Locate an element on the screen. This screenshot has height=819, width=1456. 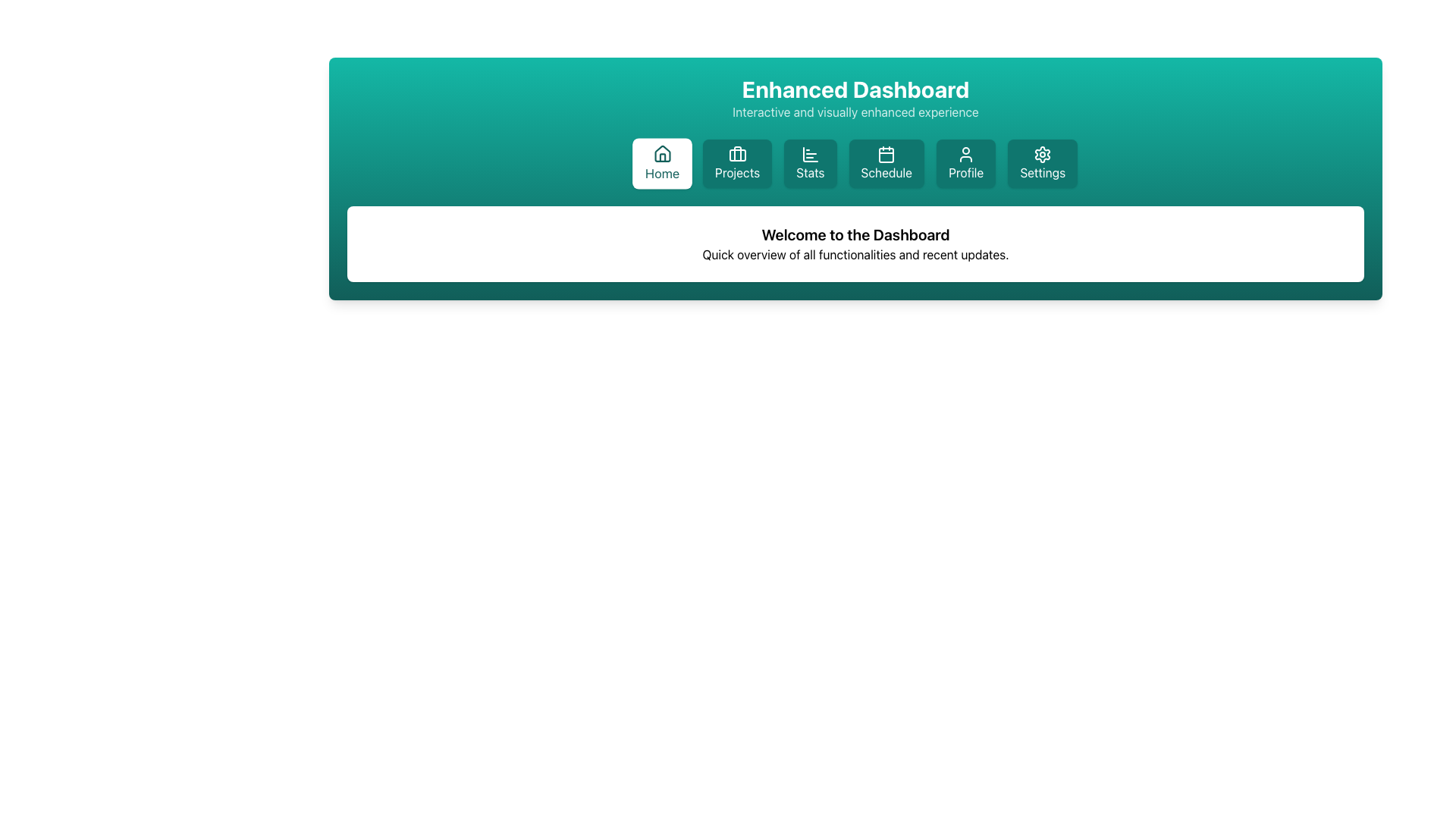
the 'Profile' button with a teal background and white text located in the navigation bar, fifth from the left is located at coordinates (965, 164).